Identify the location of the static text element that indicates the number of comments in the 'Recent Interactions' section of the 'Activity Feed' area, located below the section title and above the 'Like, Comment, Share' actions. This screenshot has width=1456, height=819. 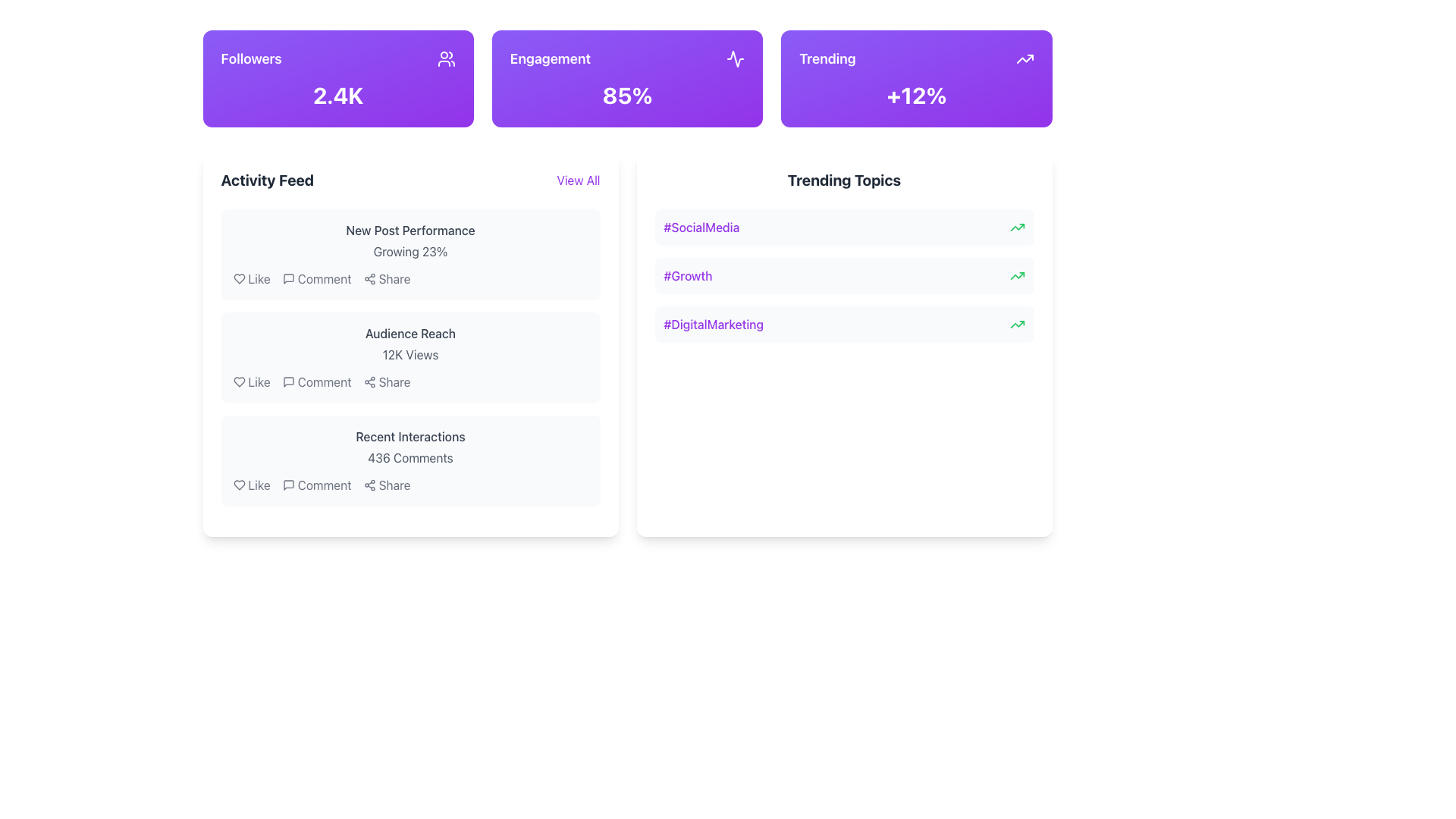
(410, 457).